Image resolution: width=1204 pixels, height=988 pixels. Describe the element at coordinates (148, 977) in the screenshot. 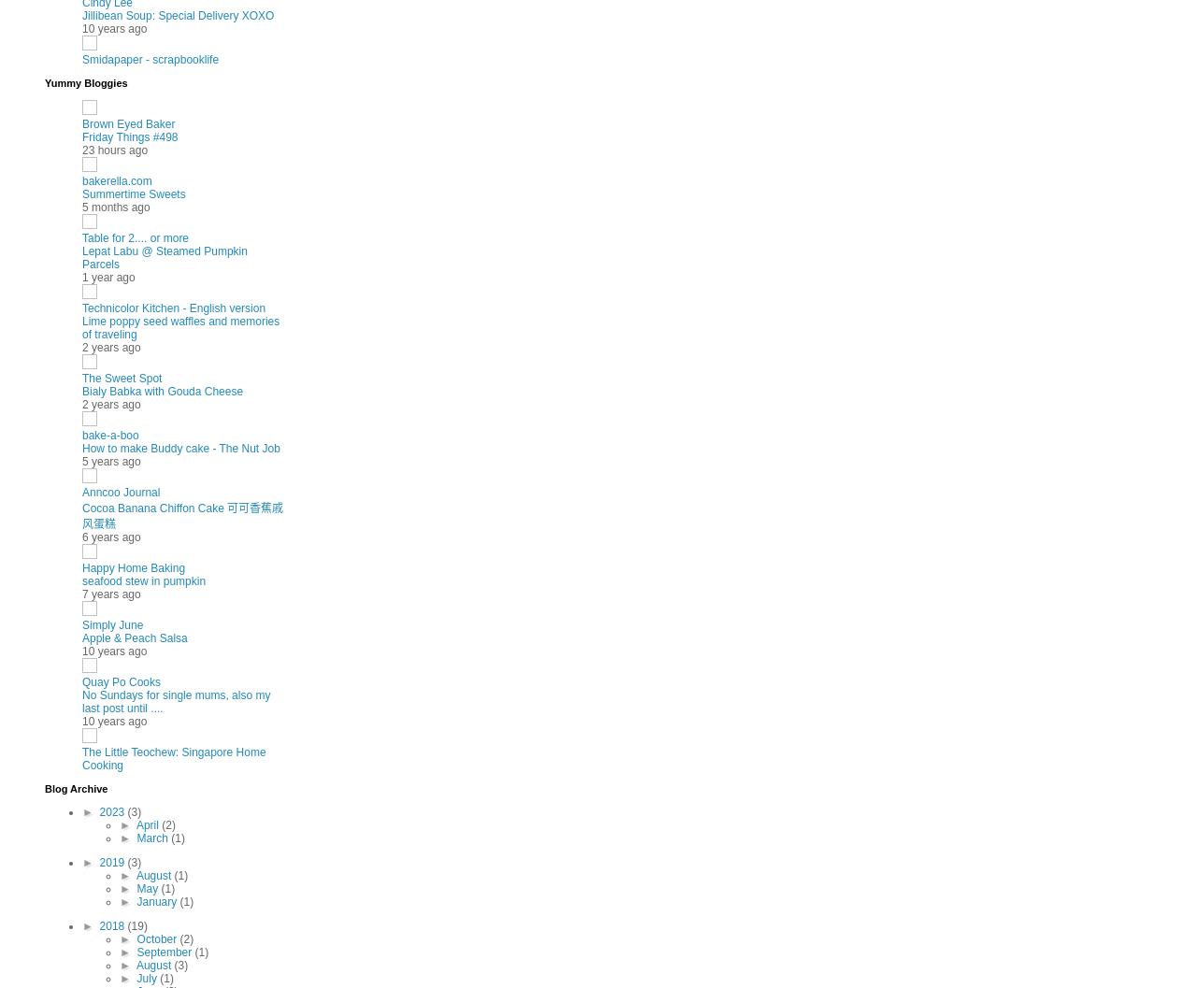

I see `'July'` at that location.